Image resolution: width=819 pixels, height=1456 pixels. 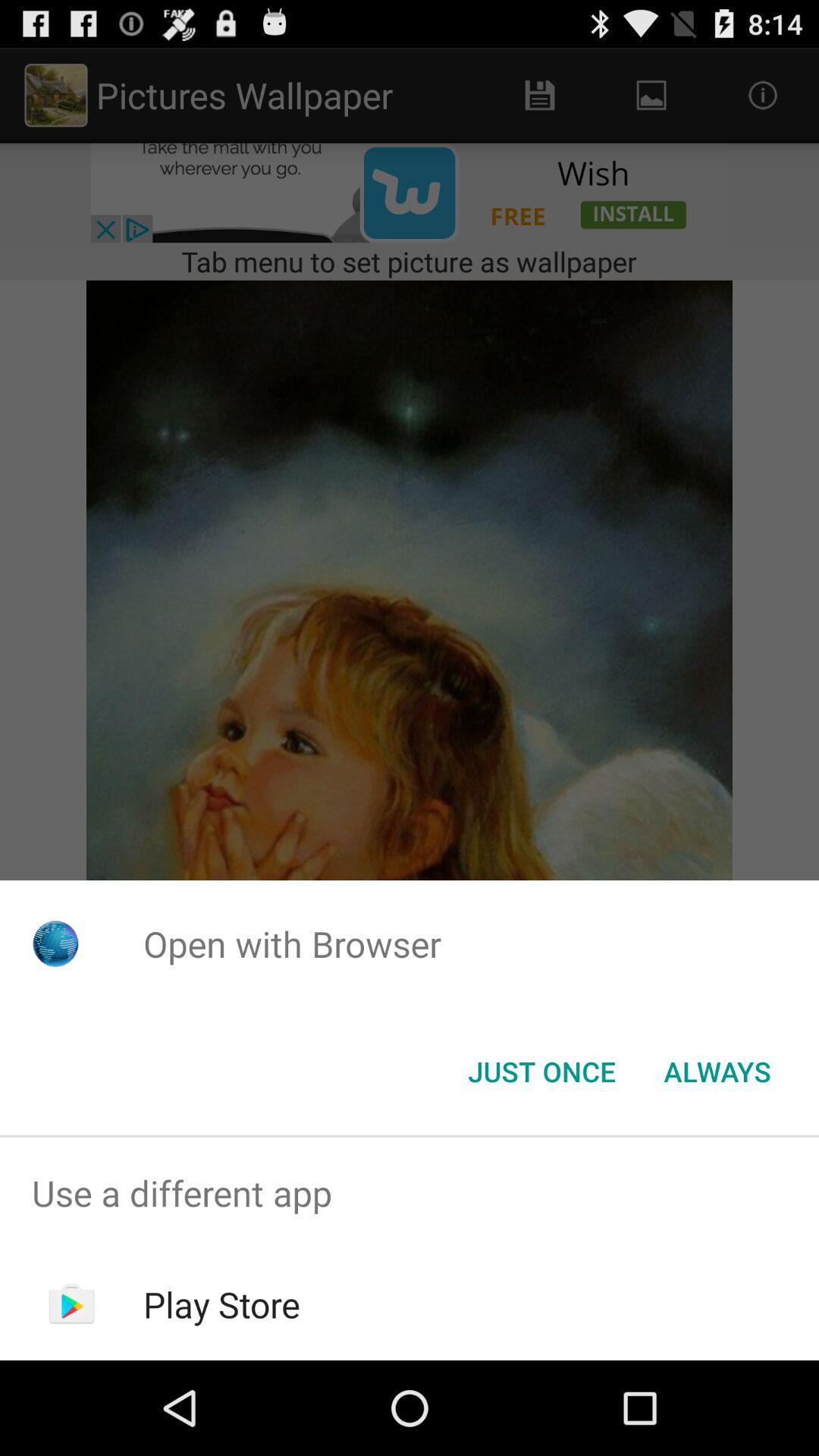 What do you see at coordinates (409, 1192) in the screenshot?
I see `the use a different app` at bounding box center [409, 1192].